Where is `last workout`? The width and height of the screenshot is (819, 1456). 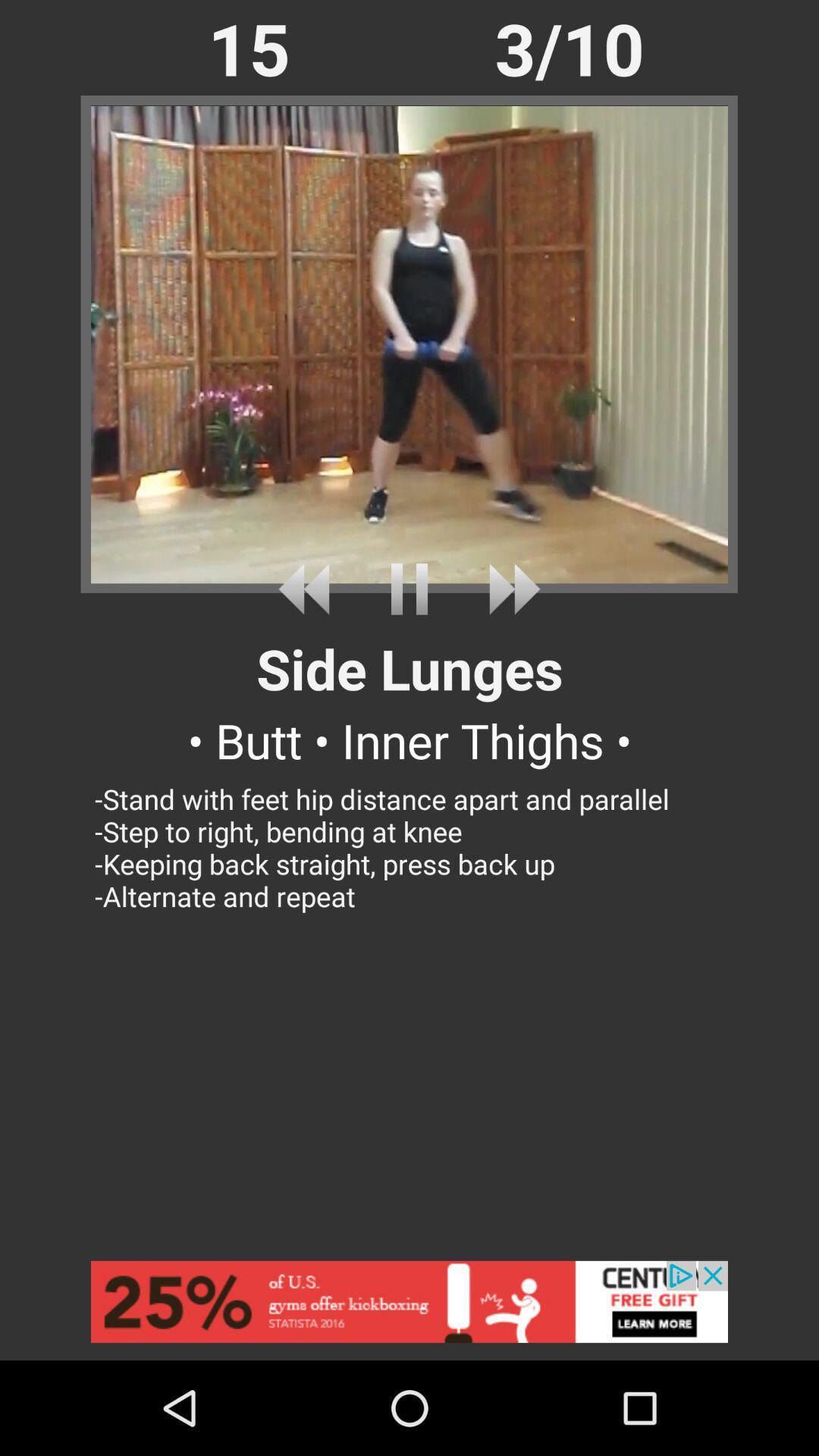
last workout is located at coordinates (309, 588).